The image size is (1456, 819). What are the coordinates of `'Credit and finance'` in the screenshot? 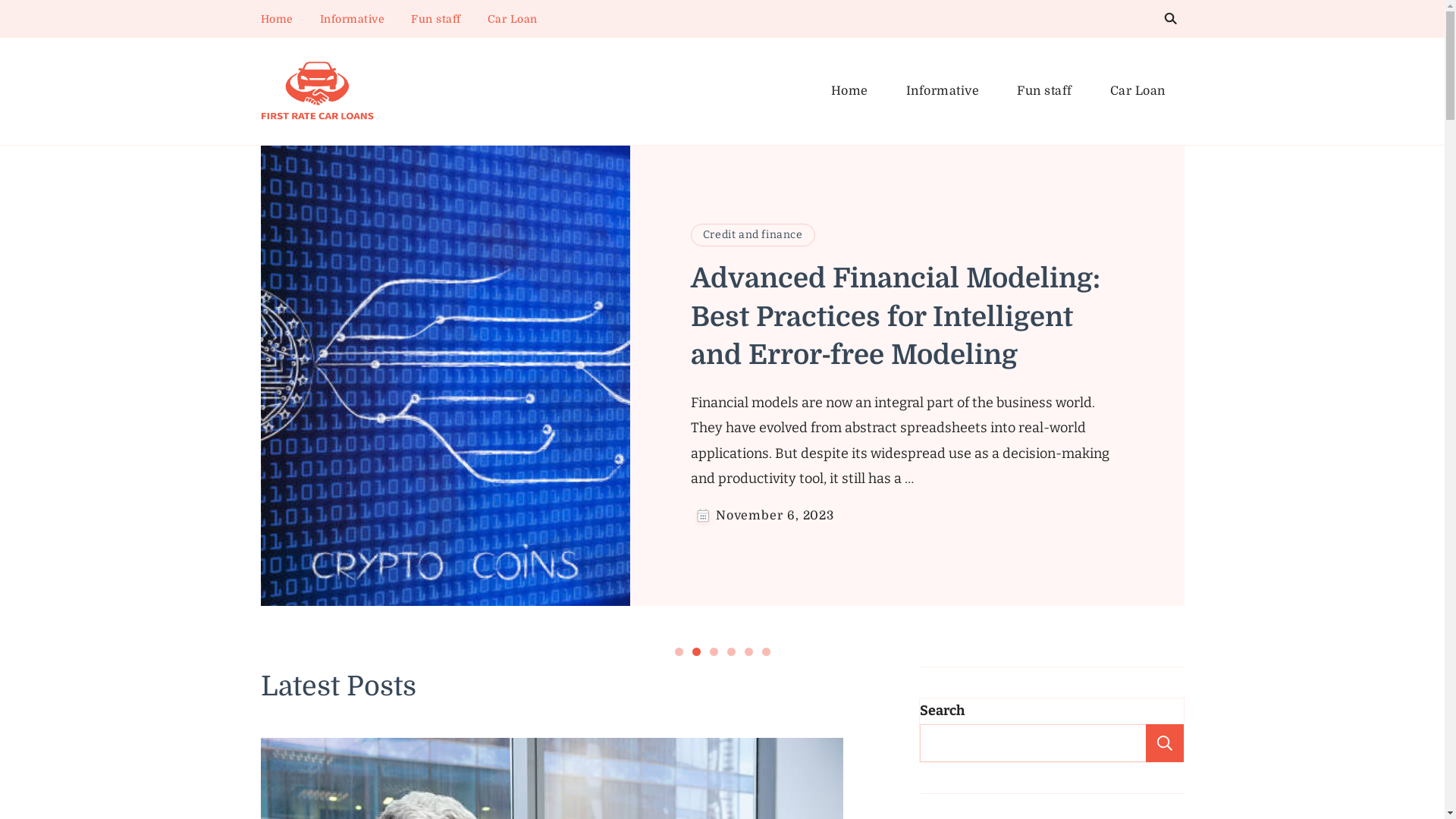 It's located at (753, 234).